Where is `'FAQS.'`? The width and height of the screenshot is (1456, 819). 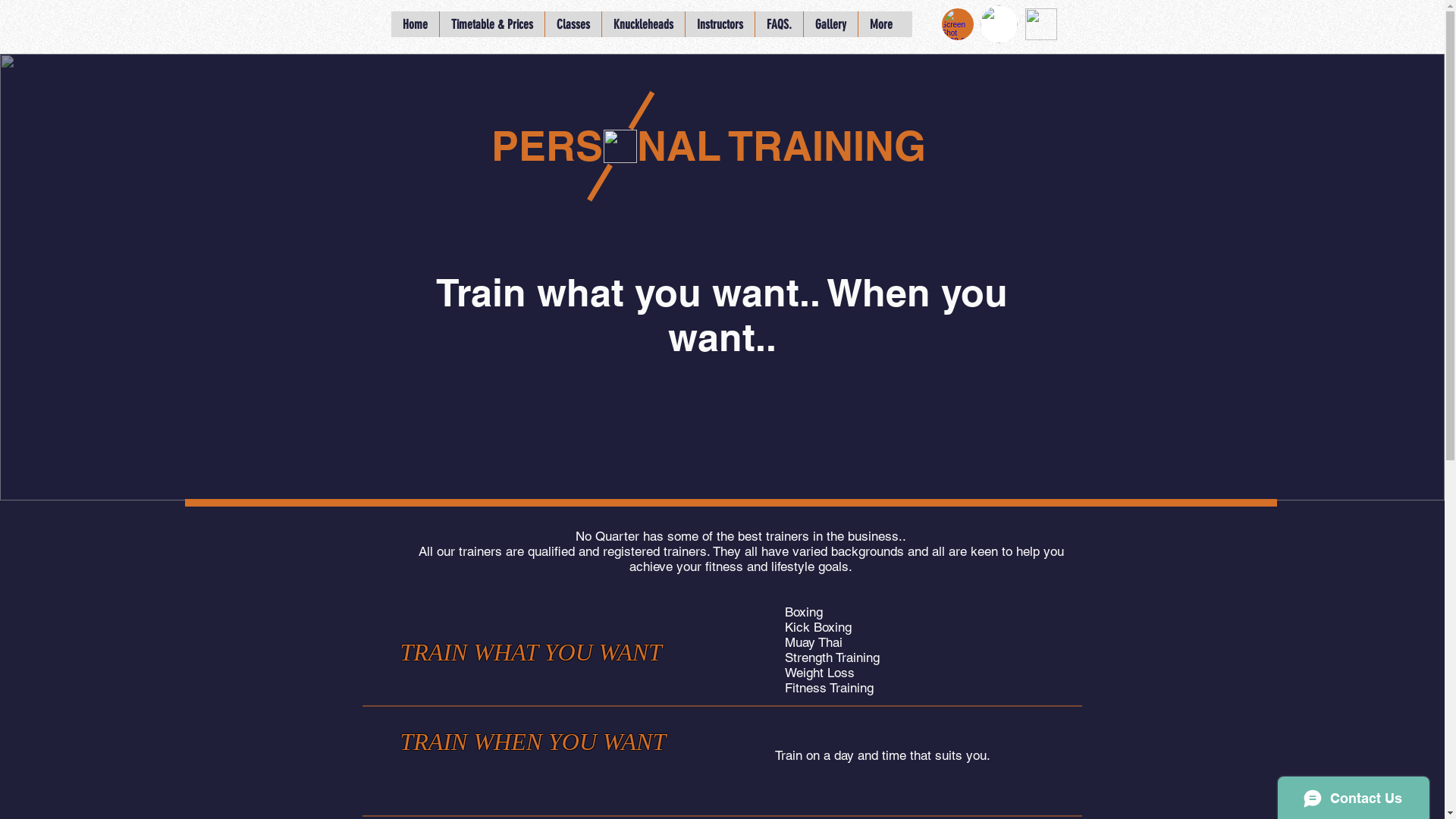 'FAQS.' is located at coordinates (753, 24).